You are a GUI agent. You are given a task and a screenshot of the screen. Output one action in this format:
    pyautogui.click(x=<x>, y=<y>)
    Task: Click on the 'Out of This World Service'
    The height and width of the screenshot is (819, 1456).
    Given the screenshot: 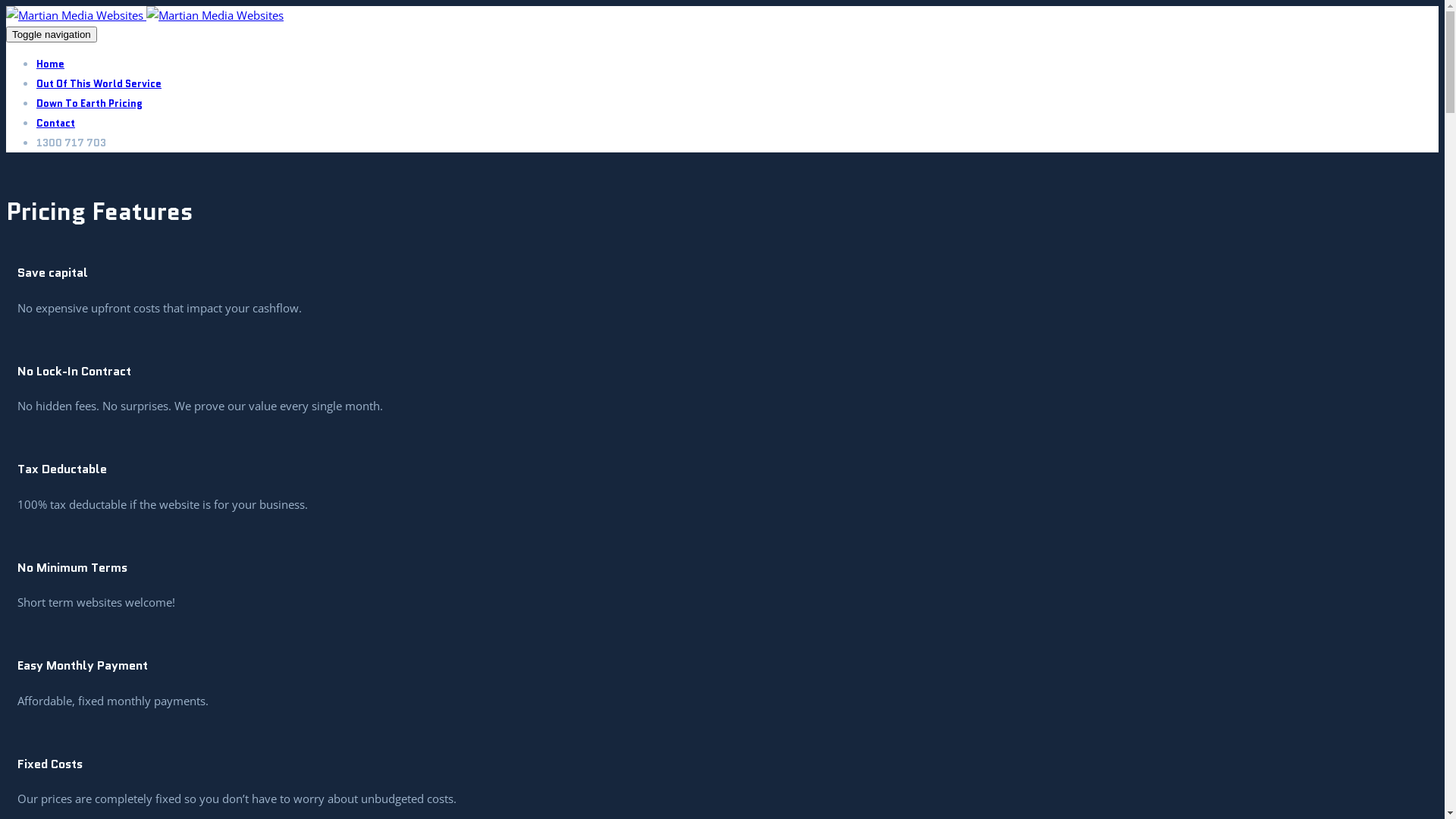 What is the action you would take?
    pyautogui.click(x=74, y=14)
    